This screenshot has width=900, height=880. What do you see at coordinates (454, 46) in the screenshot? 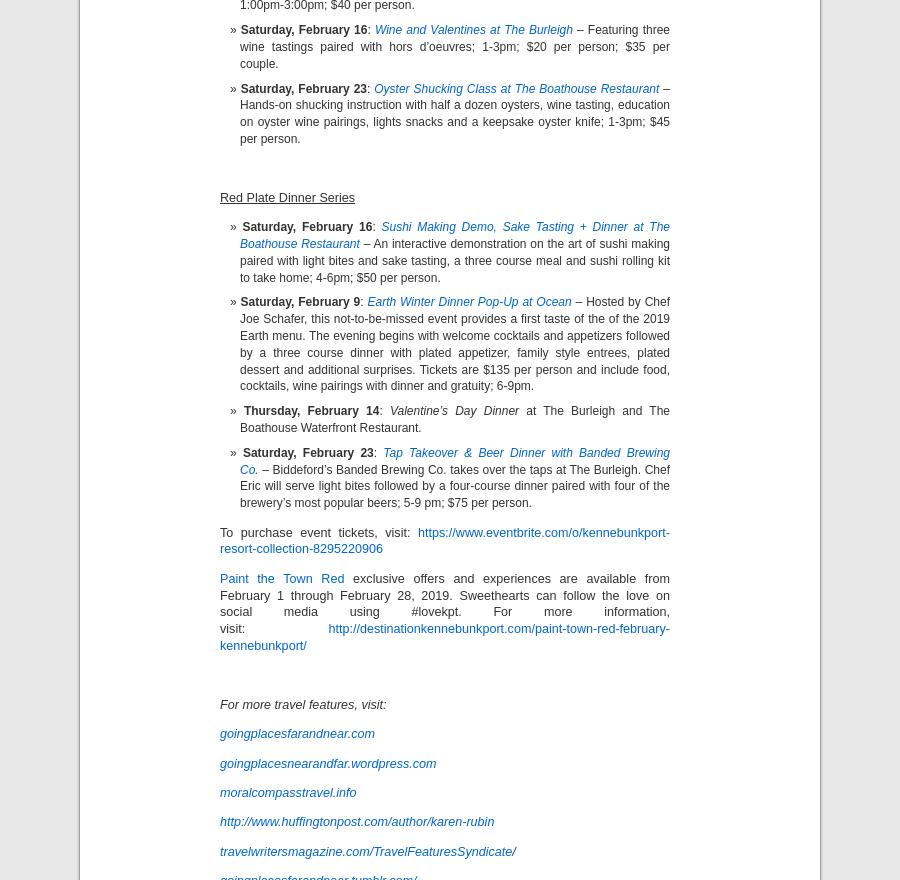
I see `'– Featuring three wine tastings paired with hors d’oeuvres; 1-3pm; $20 per person; $35 per couple.'` at bounding box center [454, 46].